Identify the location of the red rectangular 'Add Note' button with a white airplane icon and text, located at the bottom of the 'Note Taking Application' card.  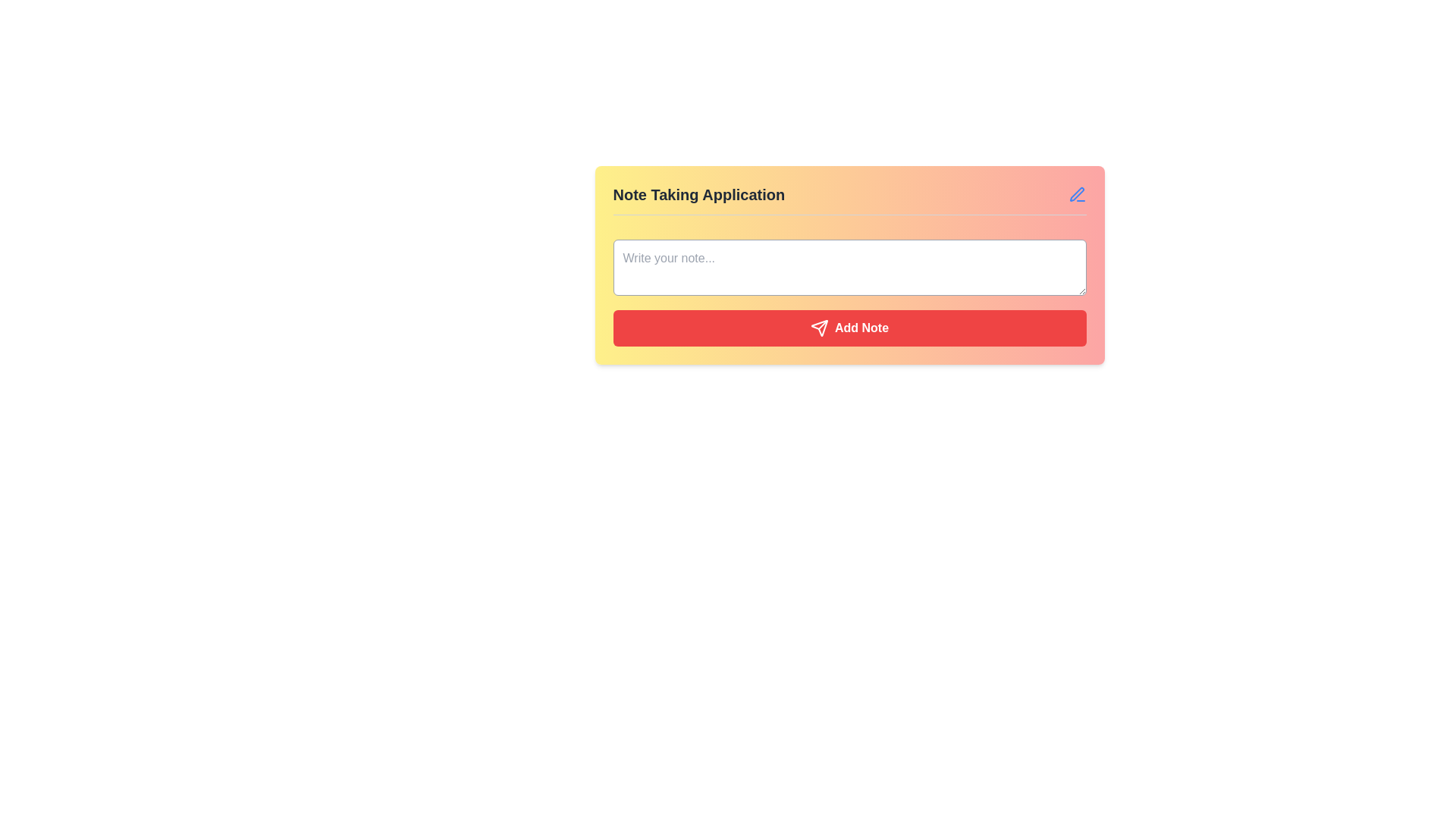
(849, 327).